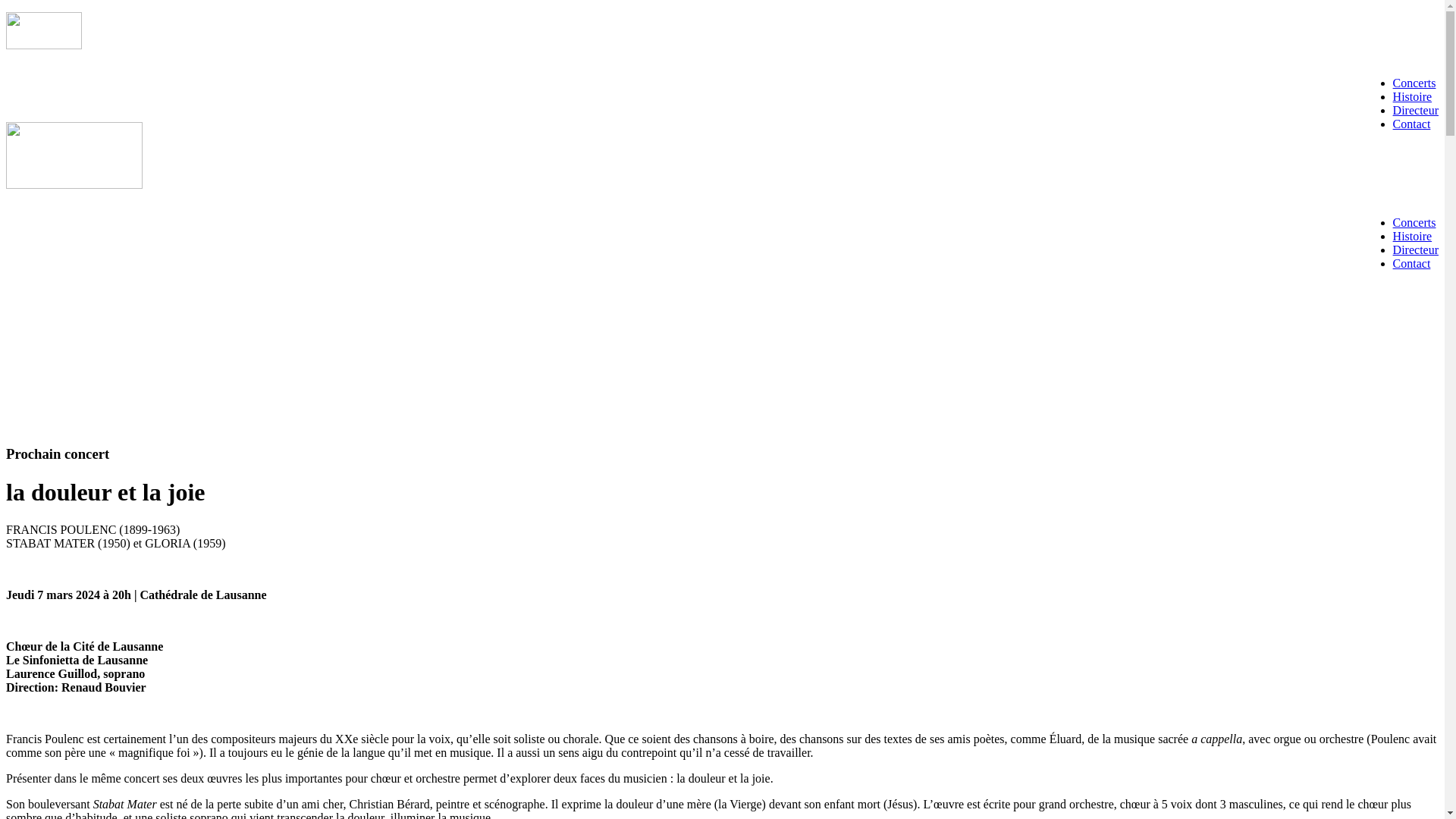 Image resolution: width=1456 pixels, height=819 pixels. What do you see at coordinates (1411, 123) in the screenshot?
I see `'Contact'` at bounding box center [1411, 123].